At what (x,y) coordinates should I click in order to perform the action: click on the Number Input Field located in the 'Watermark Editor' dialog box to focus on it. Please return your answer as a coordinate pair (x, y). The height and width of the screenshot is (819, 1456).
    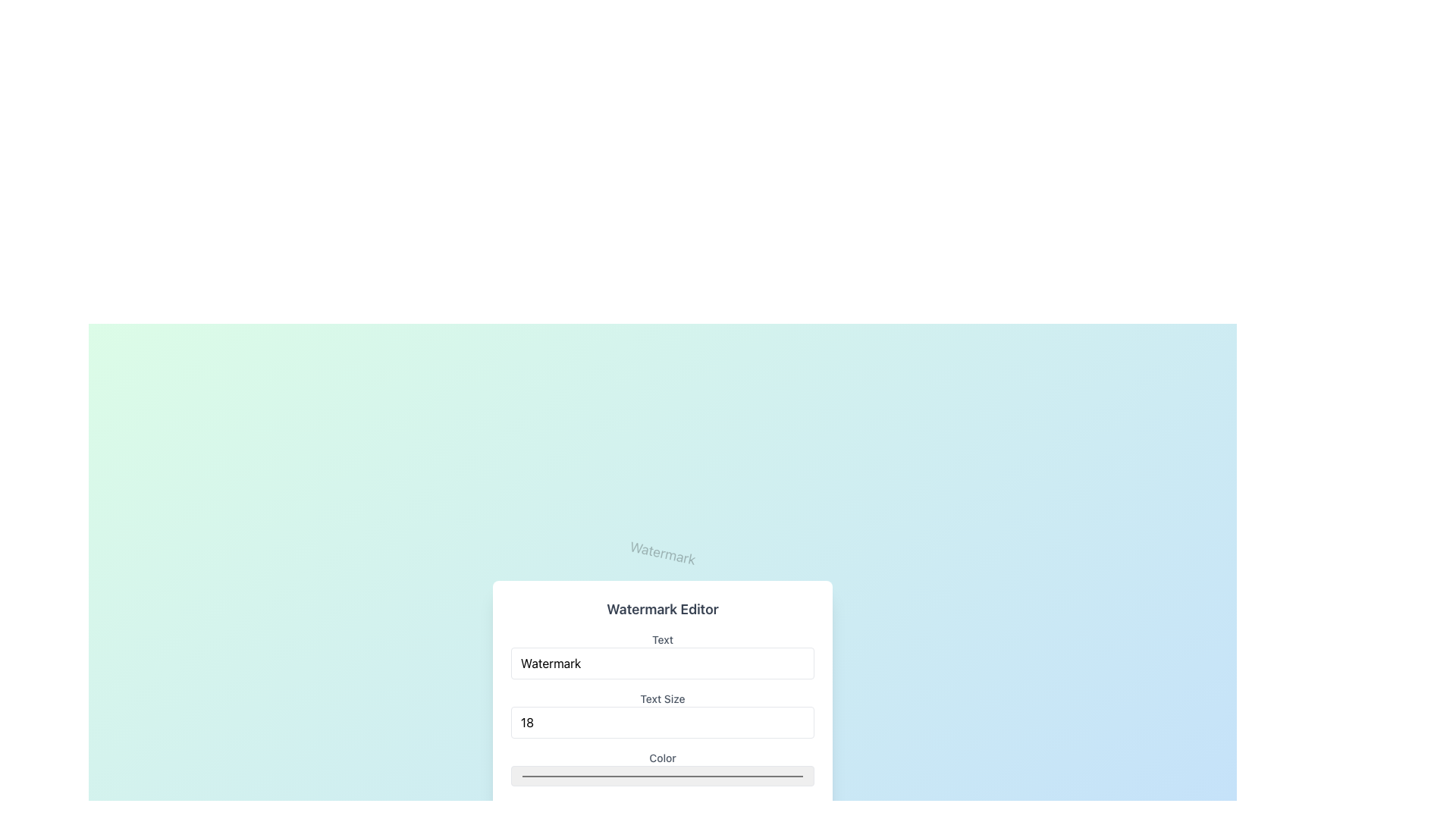
    Looking at the image, I should click on (662, 721).